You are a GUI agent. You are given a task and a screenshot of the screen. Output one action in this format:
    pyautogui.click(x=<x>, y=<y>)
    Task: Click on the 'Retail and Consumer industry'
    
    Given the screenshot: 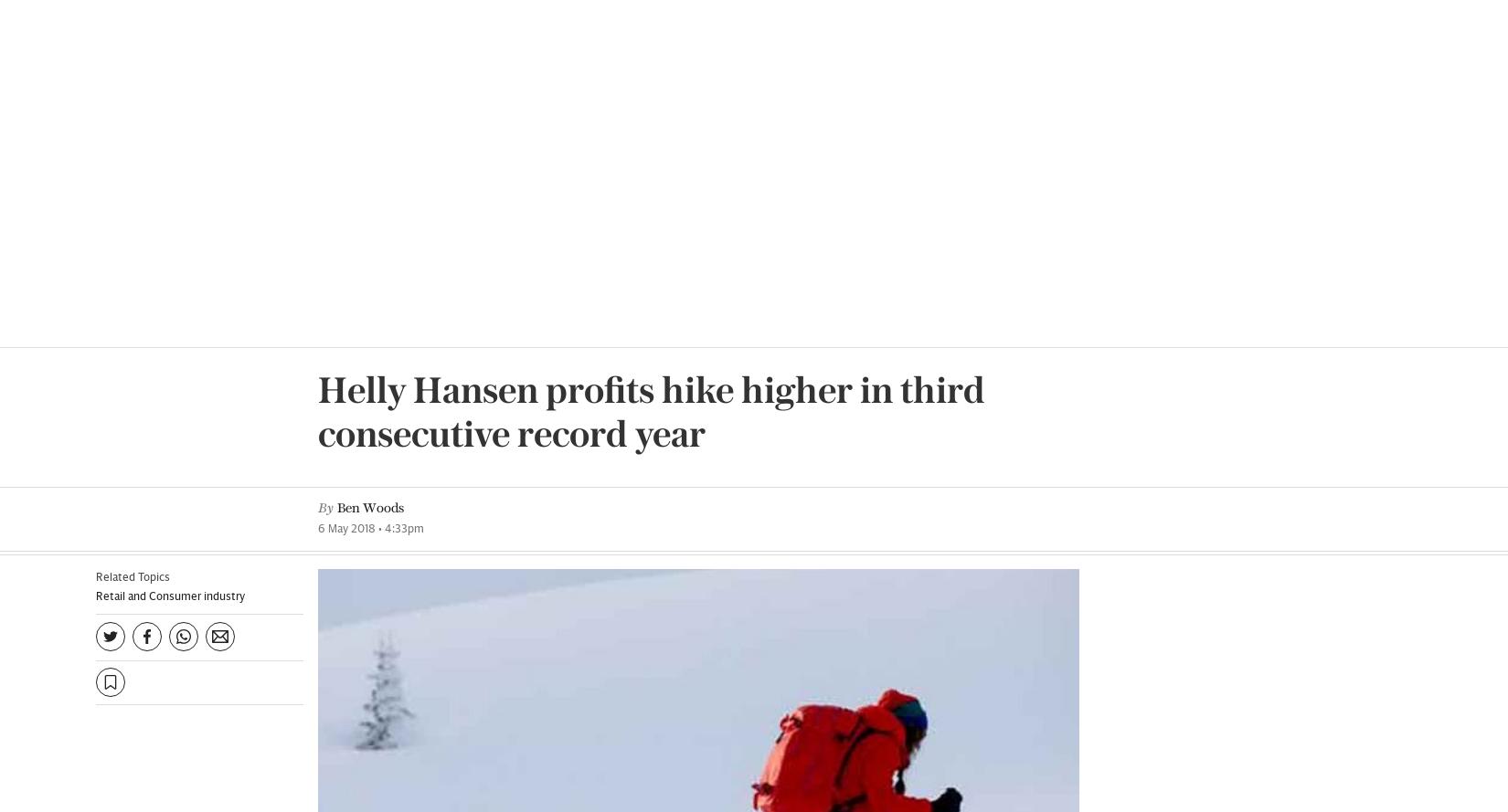 What is the action you would take?
    pyautogui.click(x=170, y=32)
    